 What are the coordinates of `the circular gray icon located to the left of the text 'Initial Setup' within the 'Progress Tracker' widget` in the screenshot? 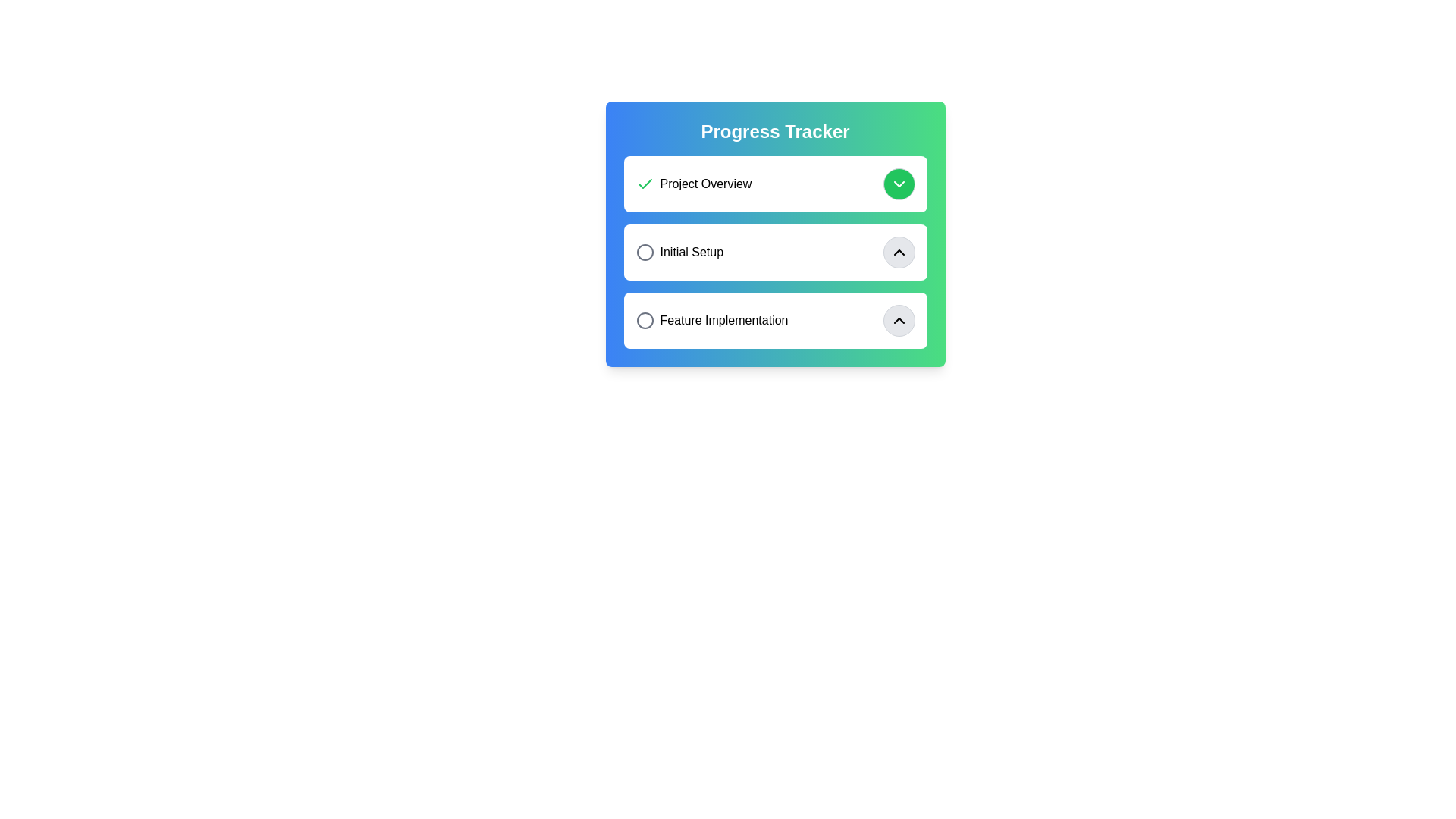 It's located at (645, 251).